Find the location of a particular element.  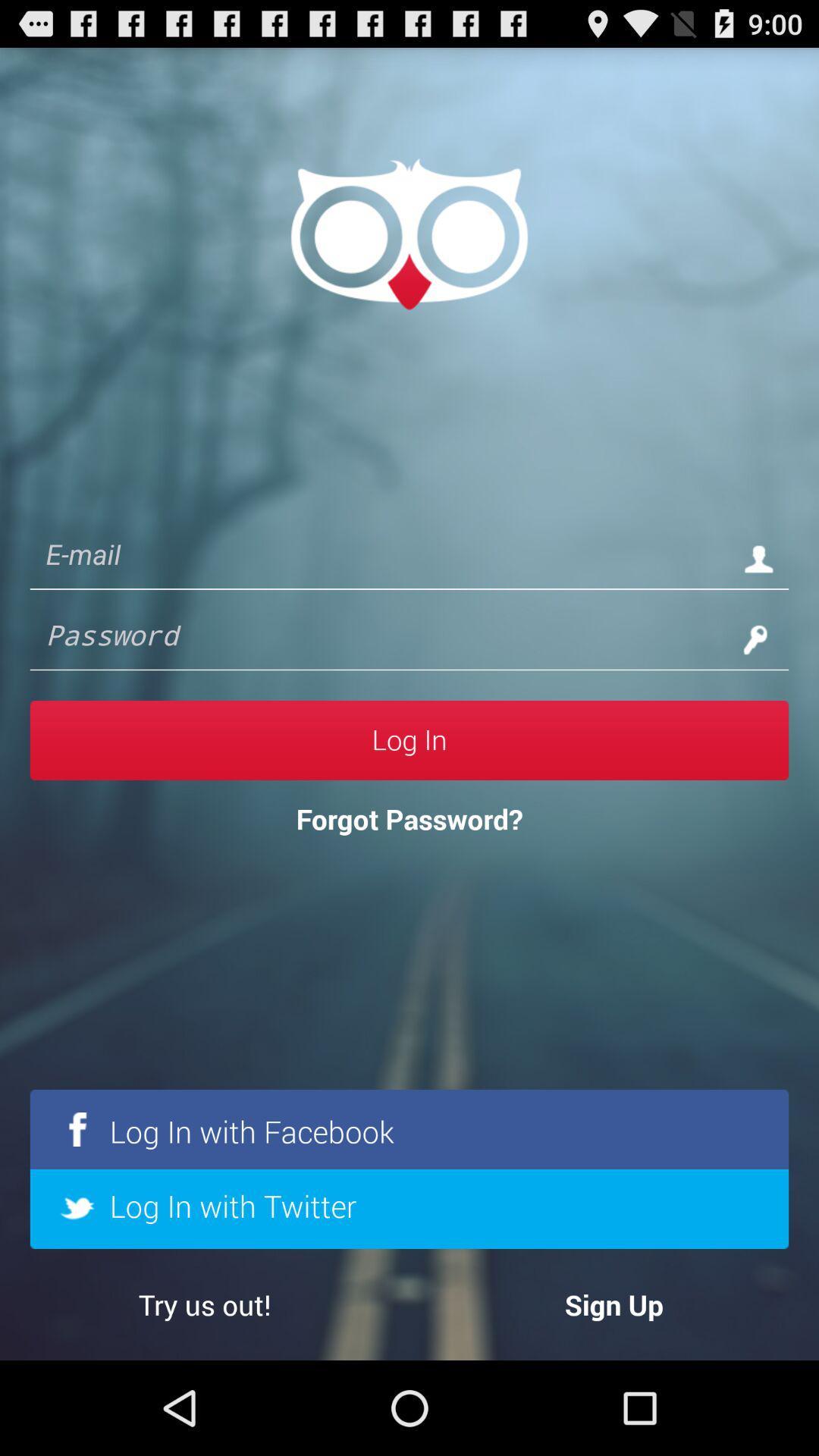

email address is located at coordinates (378, 557).